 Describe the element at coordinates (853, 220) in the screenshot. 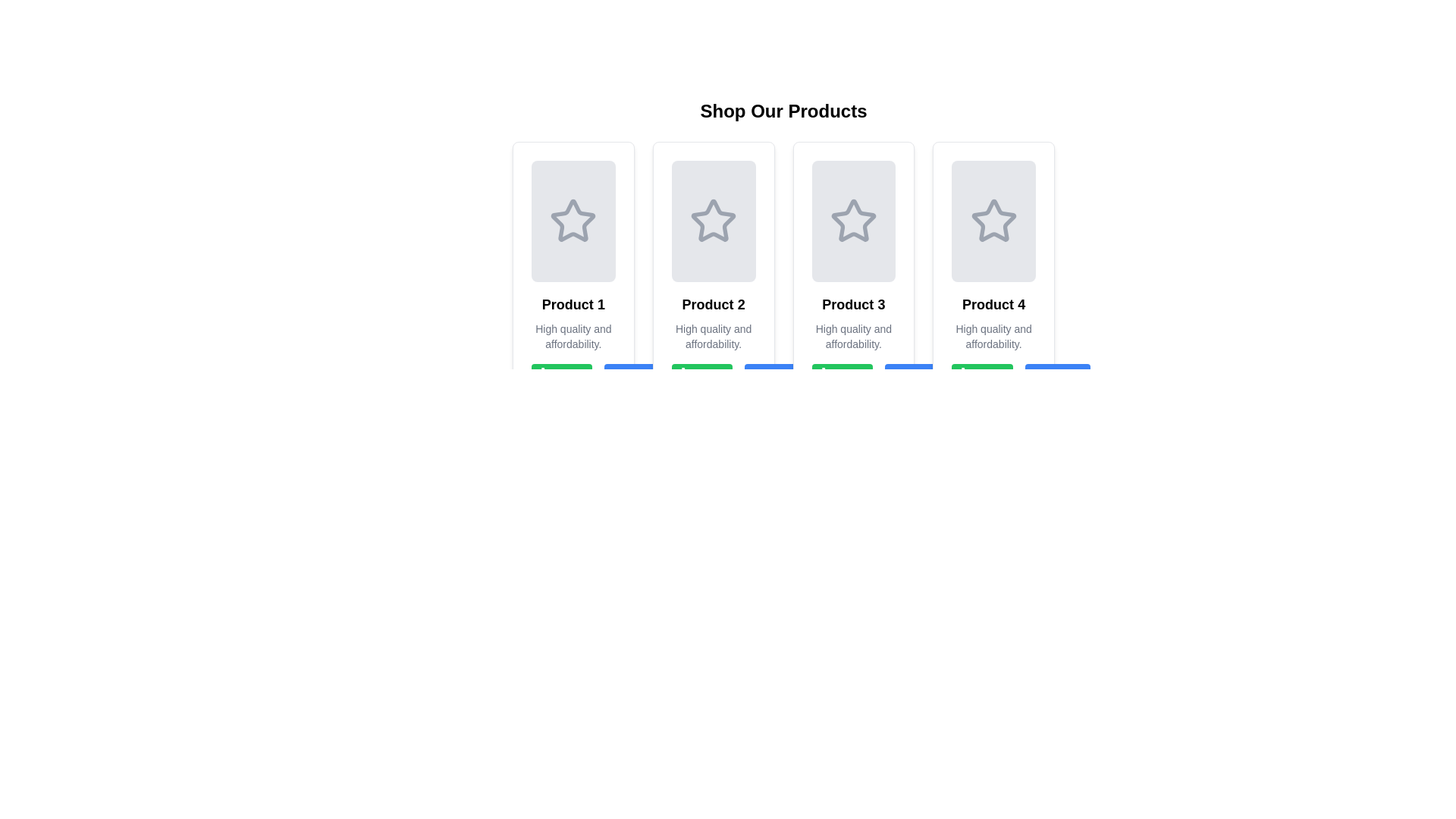

I see `the star-shaped icon located in the center of the third product card from the left` at that location.